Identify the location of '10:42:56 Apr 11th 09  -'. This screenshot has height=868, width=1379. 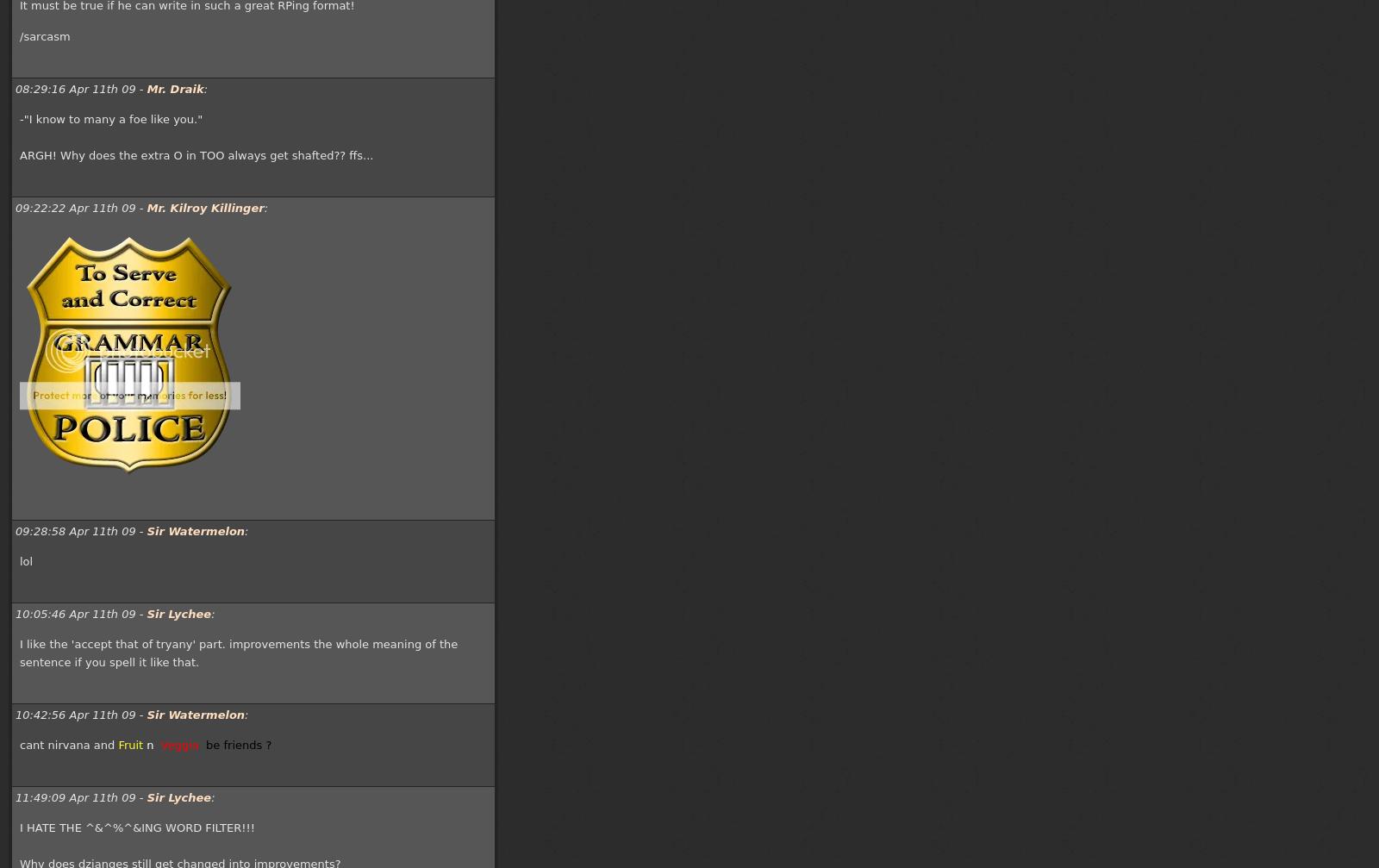
(79, 714).